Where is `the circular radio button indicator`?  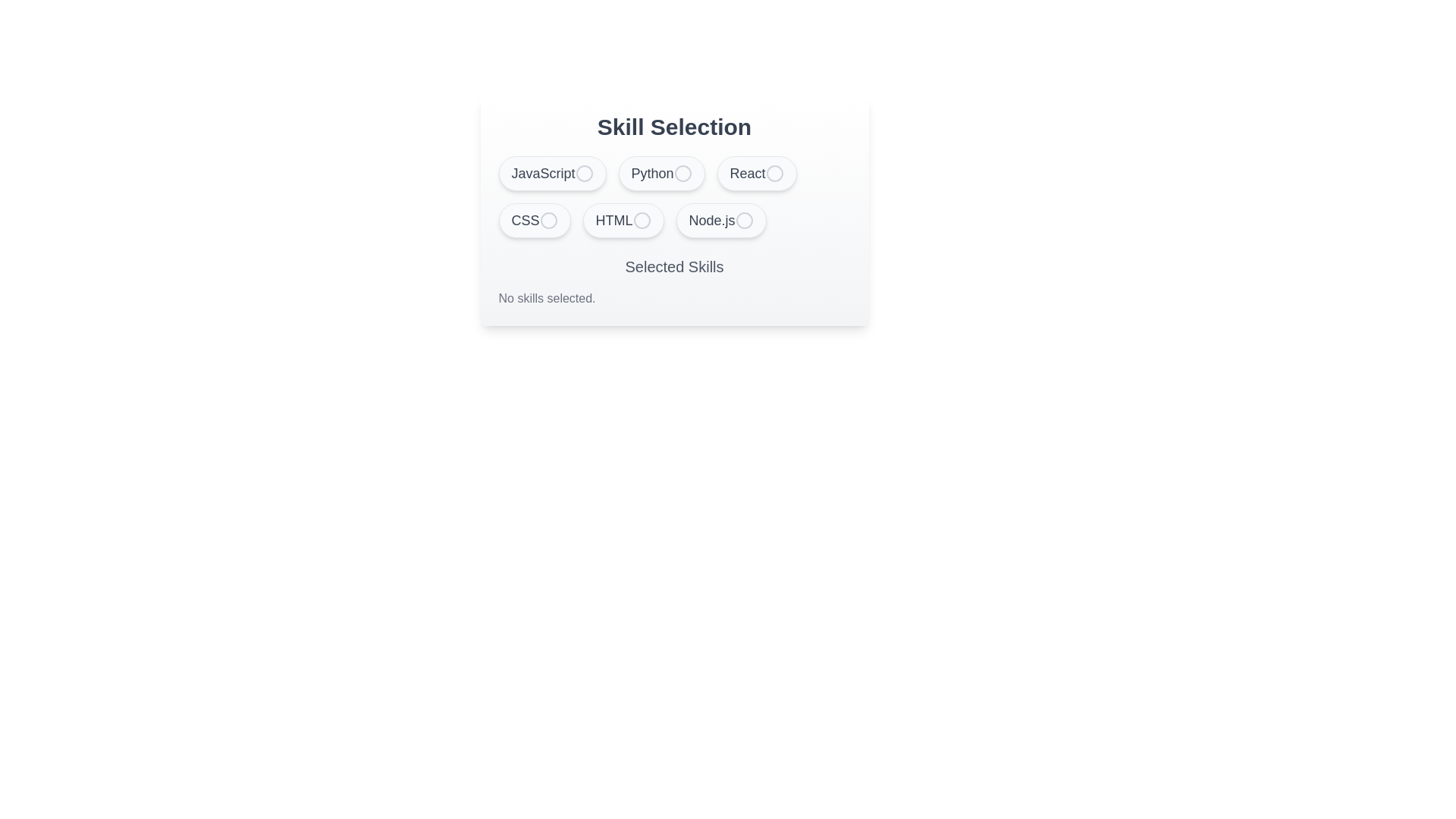 the circular radio button indicator is located at coordinates (682, 172).